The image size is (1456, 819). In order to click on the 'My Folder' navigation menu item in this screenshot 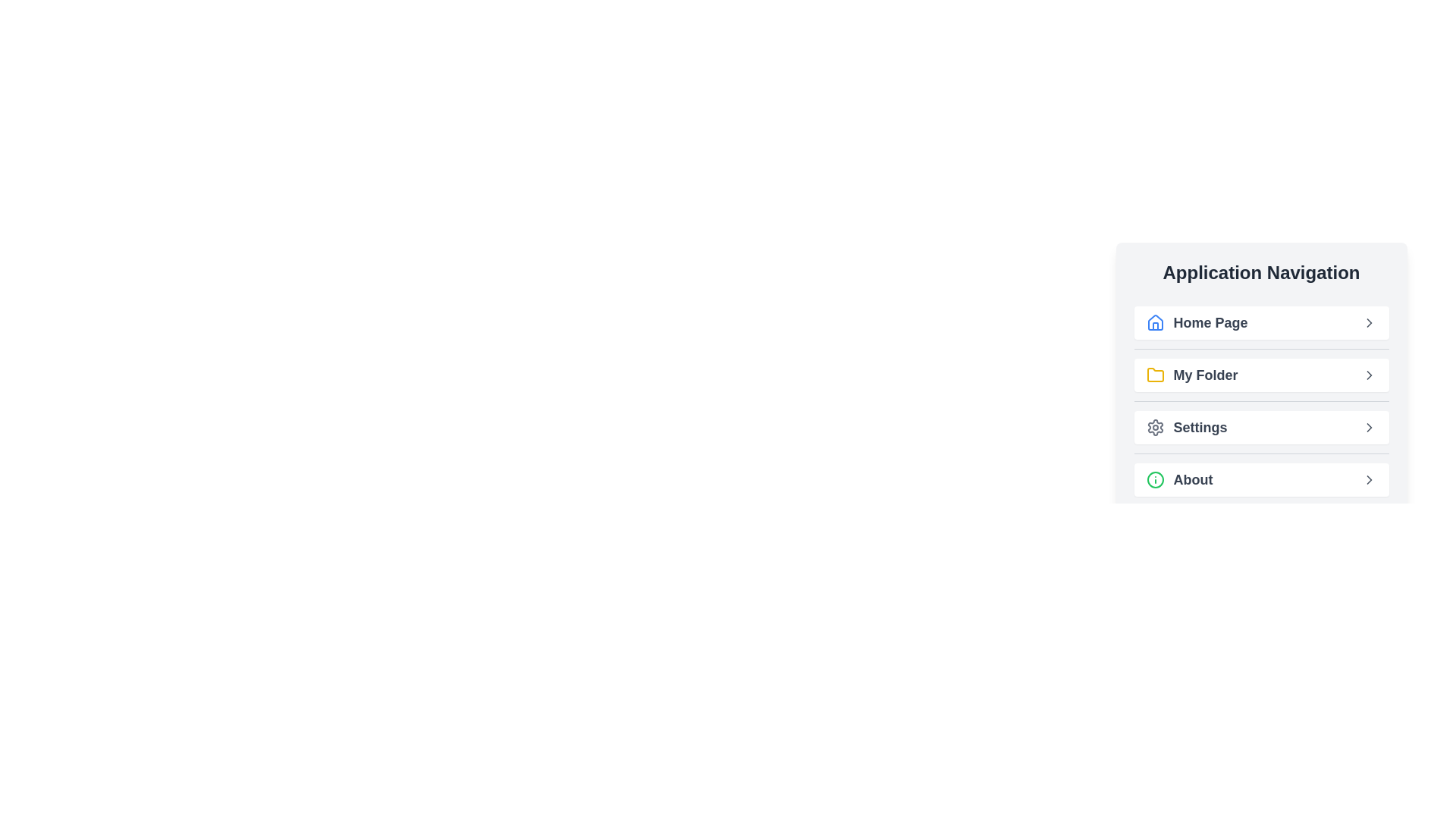, I will do `click(1191, 375)`.